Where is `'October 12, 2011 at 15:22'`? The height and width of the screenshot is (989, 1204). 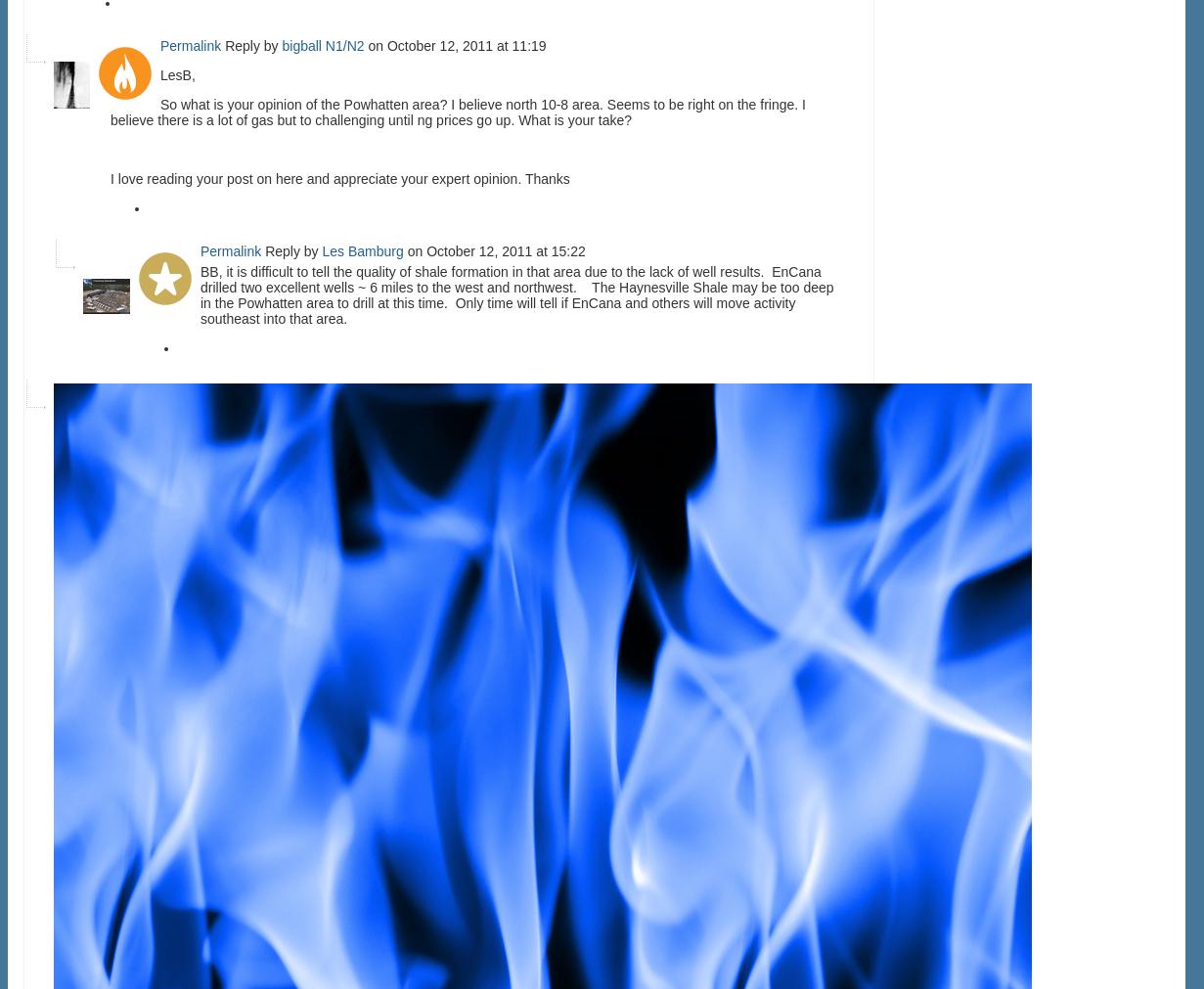
'October 12, 2011 at 15:22' is located at coordinates (506, 250).